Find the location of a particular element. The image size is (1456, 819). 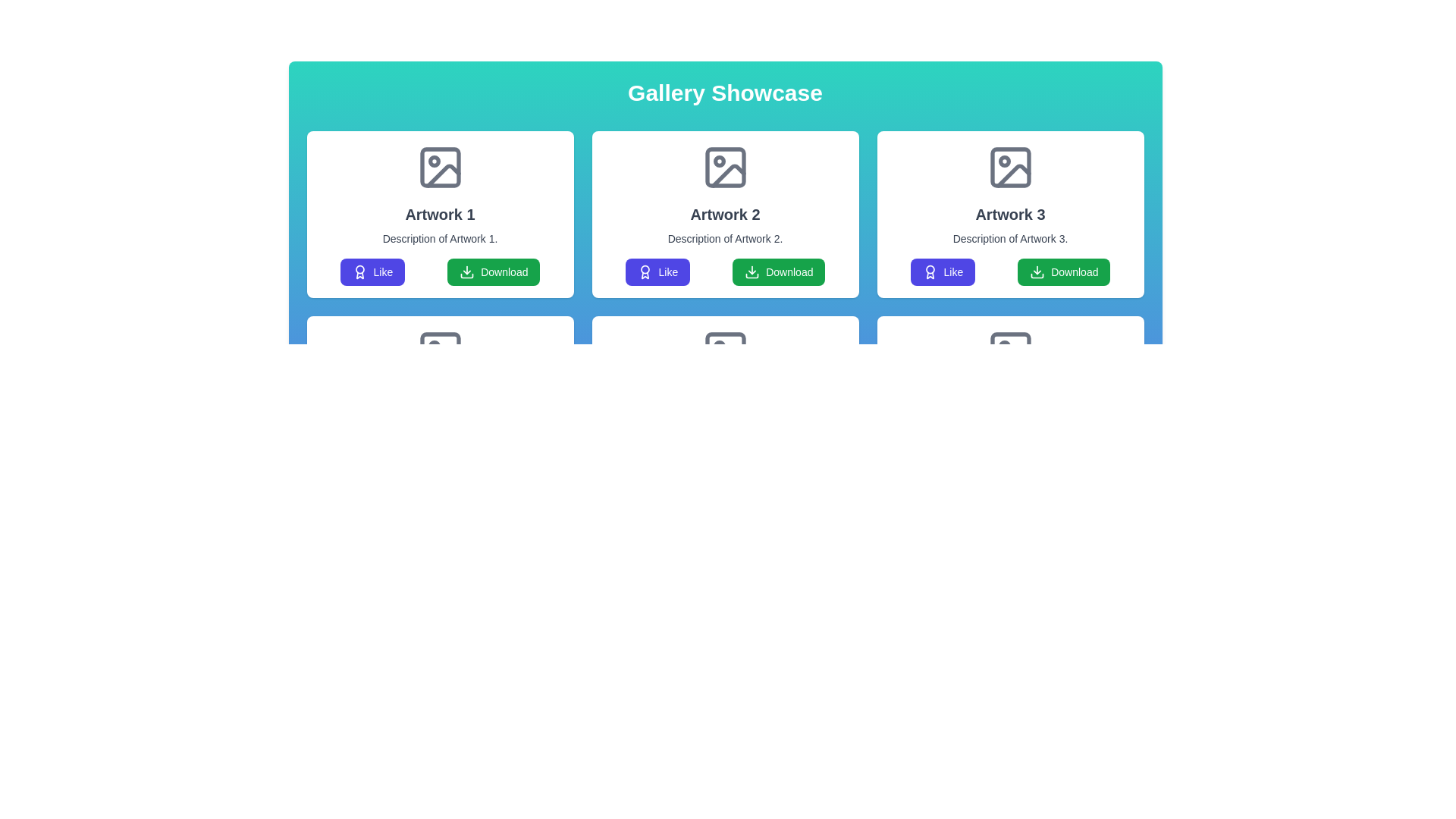

the download icon located within the 'Download' button, which is positioned to the right of the 'Like' button under the 'Artwork 3' section in the 'Gallery Showcase' layout to initiate a download is located at coordinates (1037, 271).